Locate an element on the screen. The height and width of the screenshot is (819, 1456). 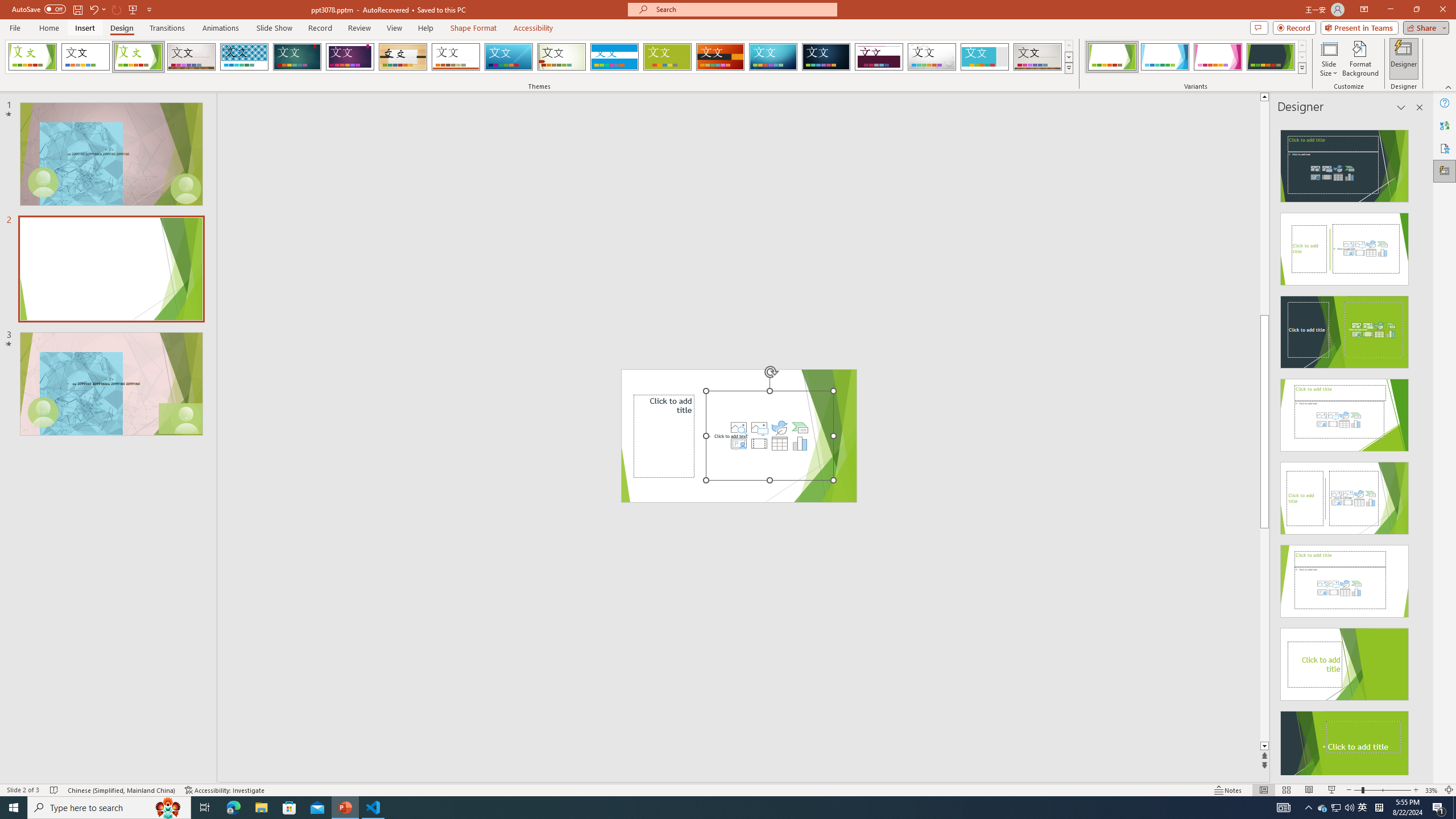
'Banded' is located at coordinates (614, 56).